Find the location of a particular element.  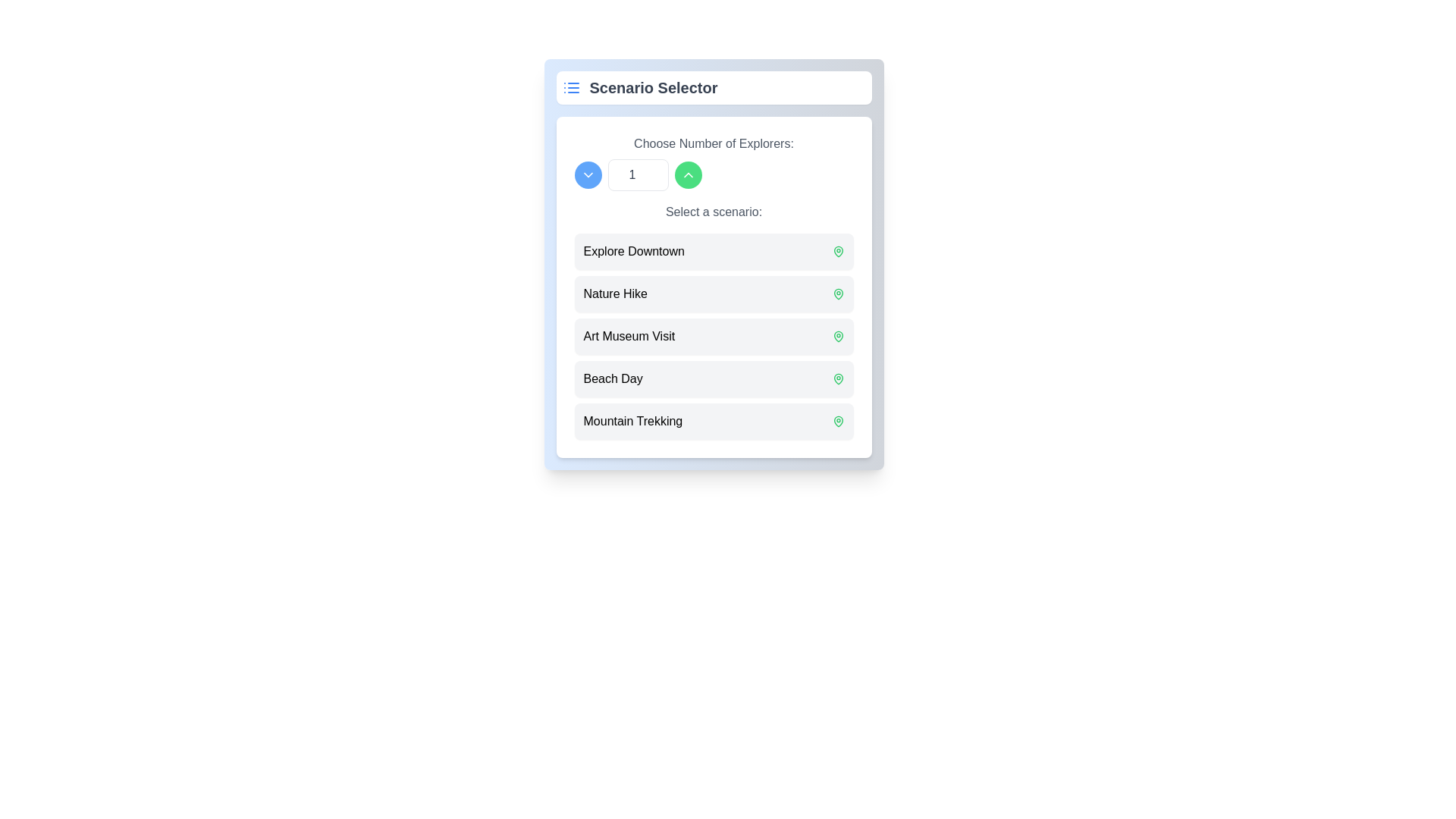

the text label 'Art Museum Visit' is located at coordinates (629, 335).